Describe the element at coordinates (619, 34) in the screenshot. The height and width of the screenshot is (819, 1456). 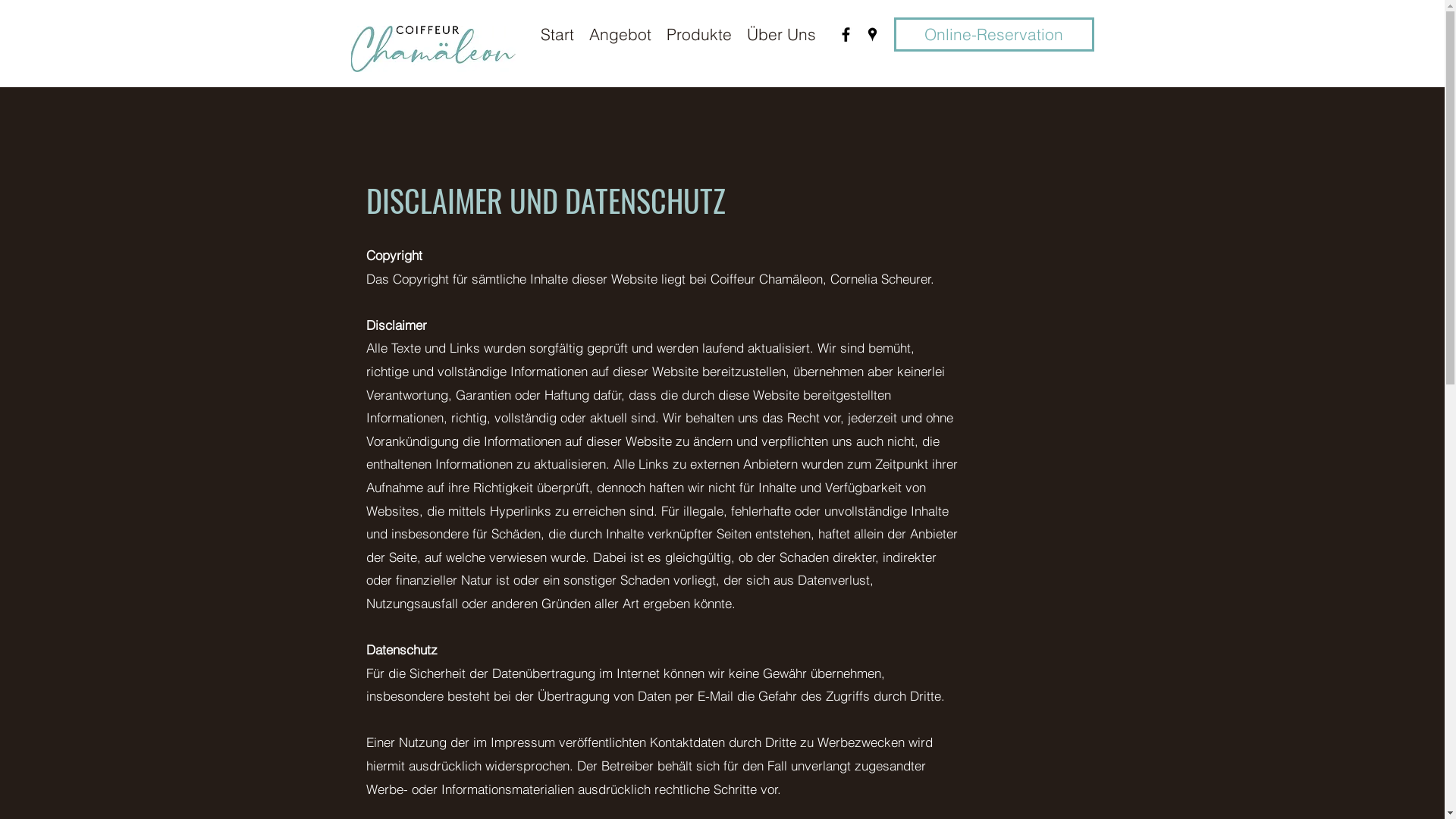
I see `'Angebot'` at that location.